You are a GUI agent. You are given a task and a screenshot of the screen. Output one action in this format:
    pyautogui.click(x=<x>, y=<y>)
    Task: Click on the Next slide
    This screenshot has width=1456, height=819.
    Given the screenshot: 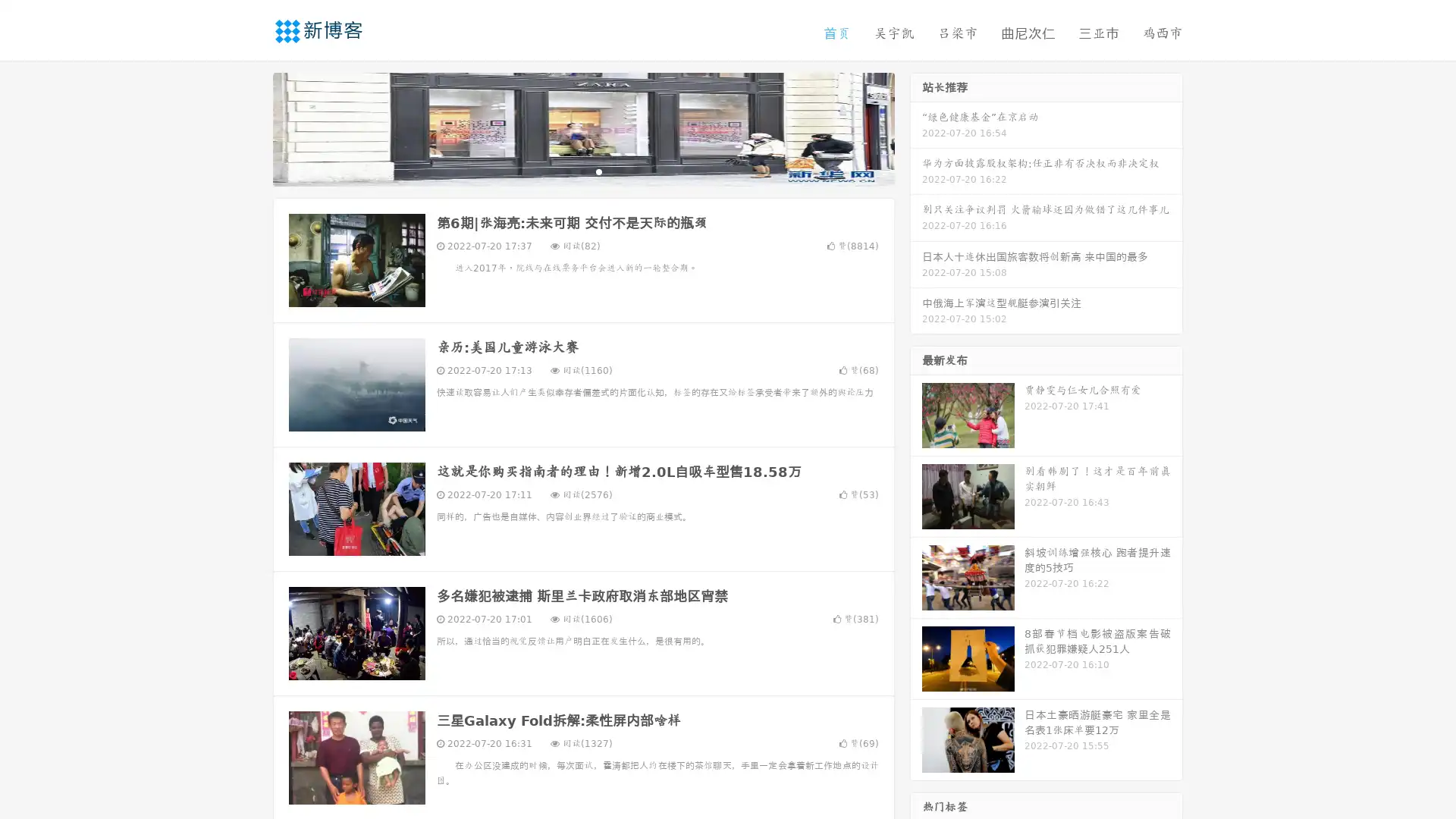 What is the action you would take?
    pyautogui.click(x=916, y=127)
    